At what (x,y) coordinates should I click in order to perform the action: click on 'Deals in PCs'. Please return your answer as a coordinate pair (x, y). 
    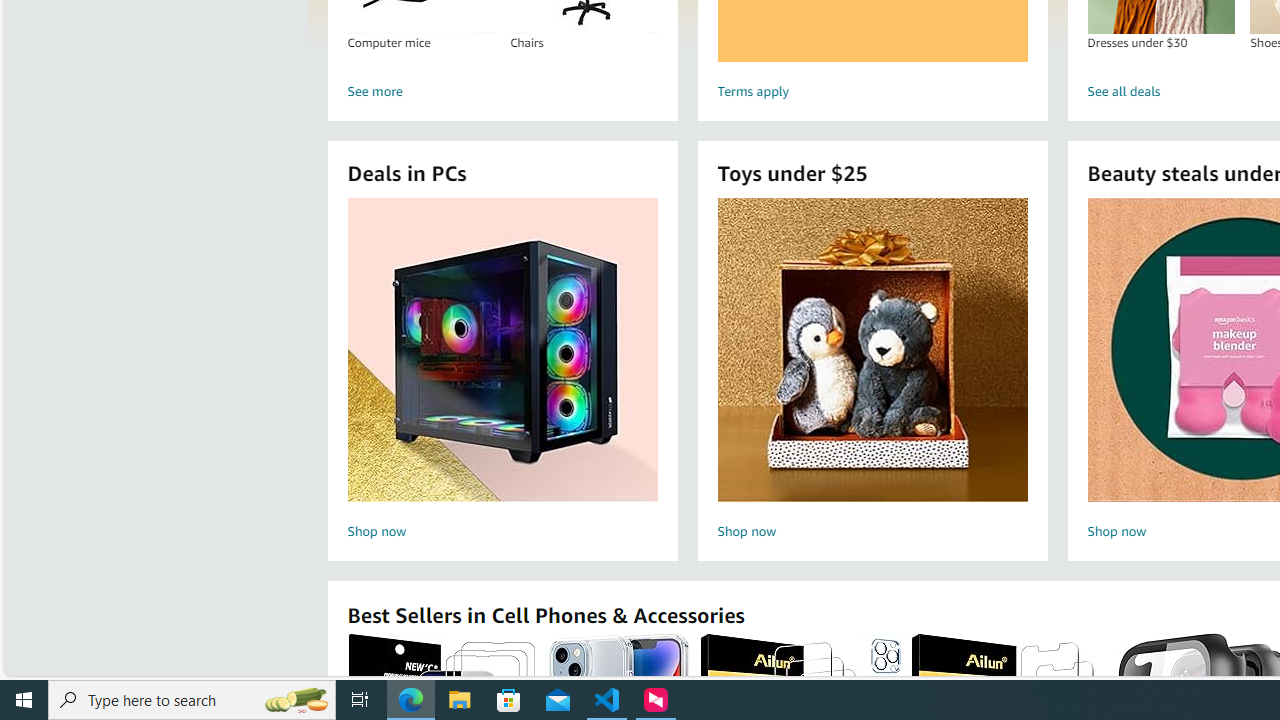
    Looking at the image, I should click on (503, 348).